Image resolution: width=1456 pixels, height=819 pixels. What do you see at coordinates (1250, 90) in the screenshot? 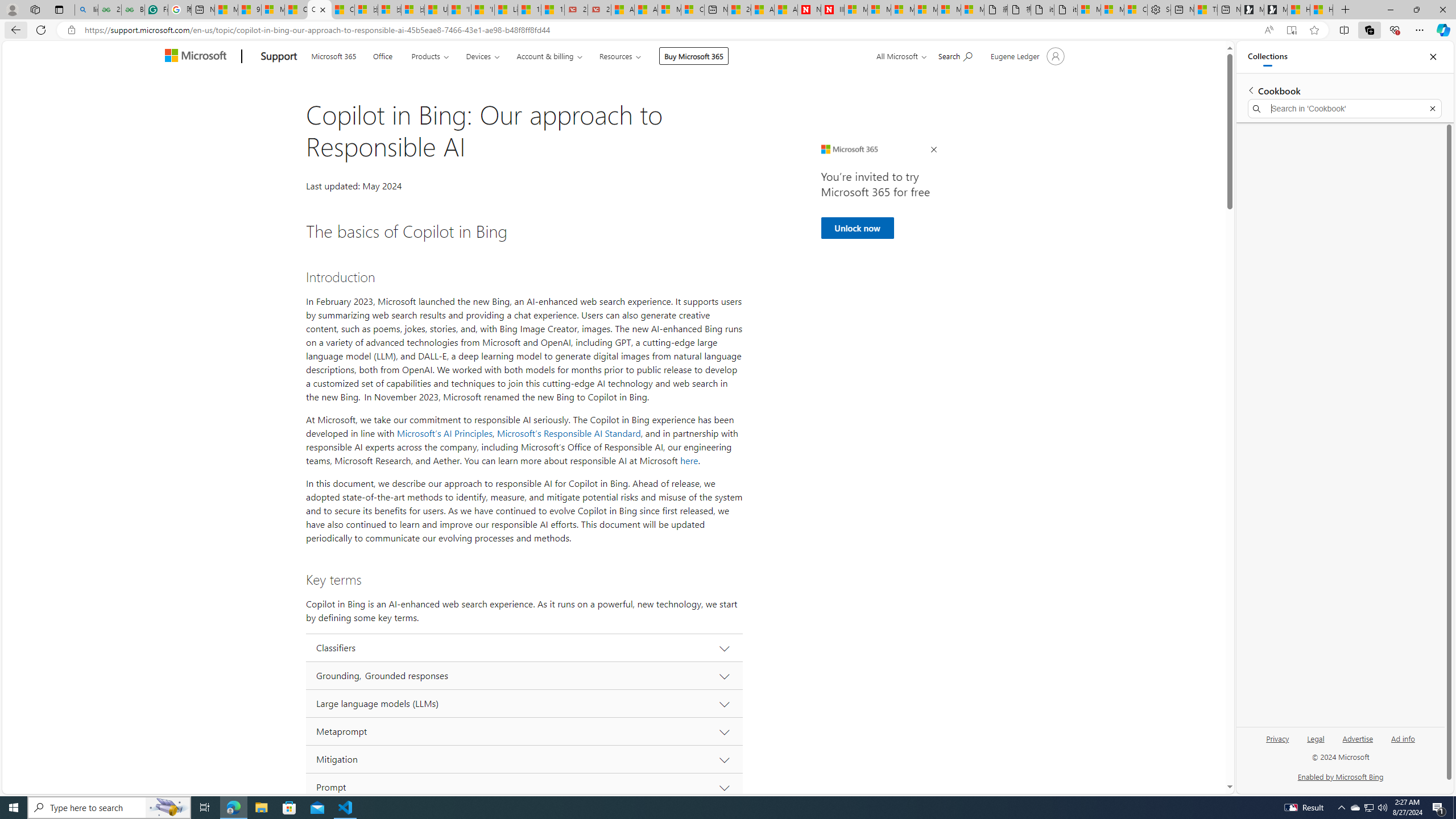
I see `'Back to list of collections'` at bounding box center [1250, 90].